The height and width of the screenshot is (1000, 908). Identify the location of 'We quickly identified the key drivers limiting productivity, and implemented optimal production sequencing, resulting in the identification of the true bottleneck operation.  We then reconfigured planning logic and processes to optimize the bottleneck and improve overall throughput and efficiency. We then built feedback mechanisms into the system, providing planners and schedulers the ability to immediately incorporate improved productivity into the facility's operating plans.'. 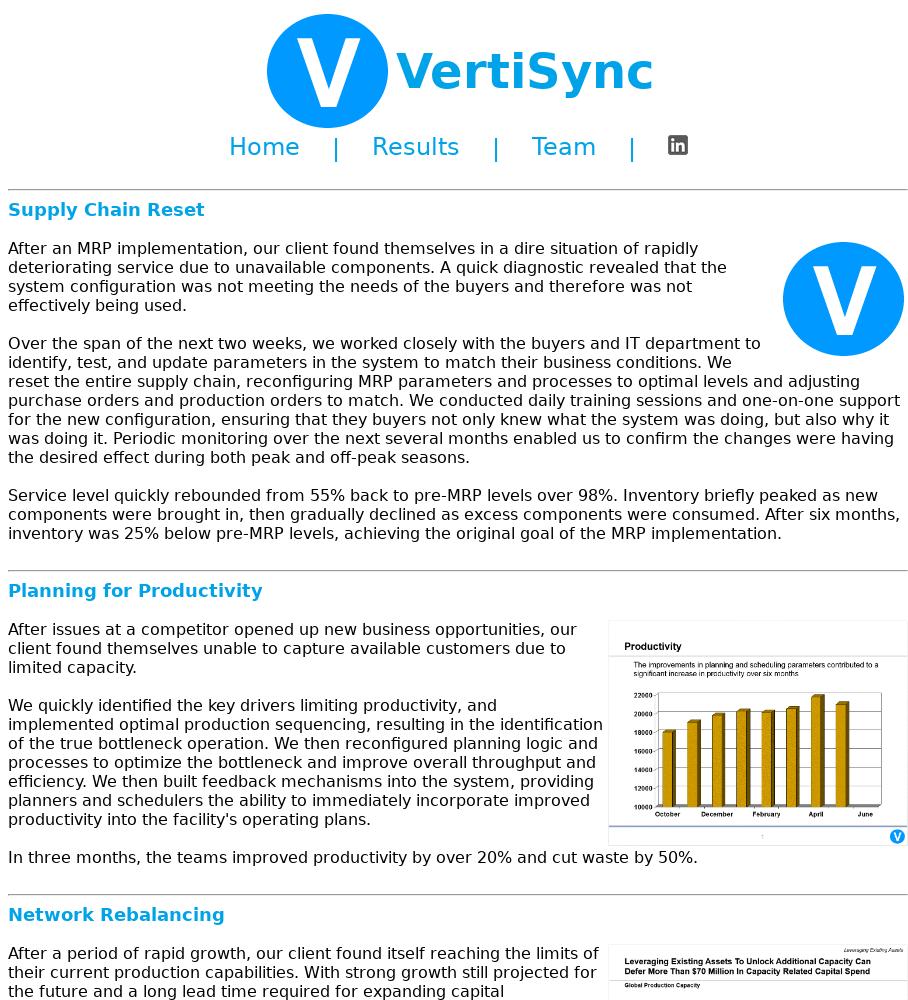
(304, 762).